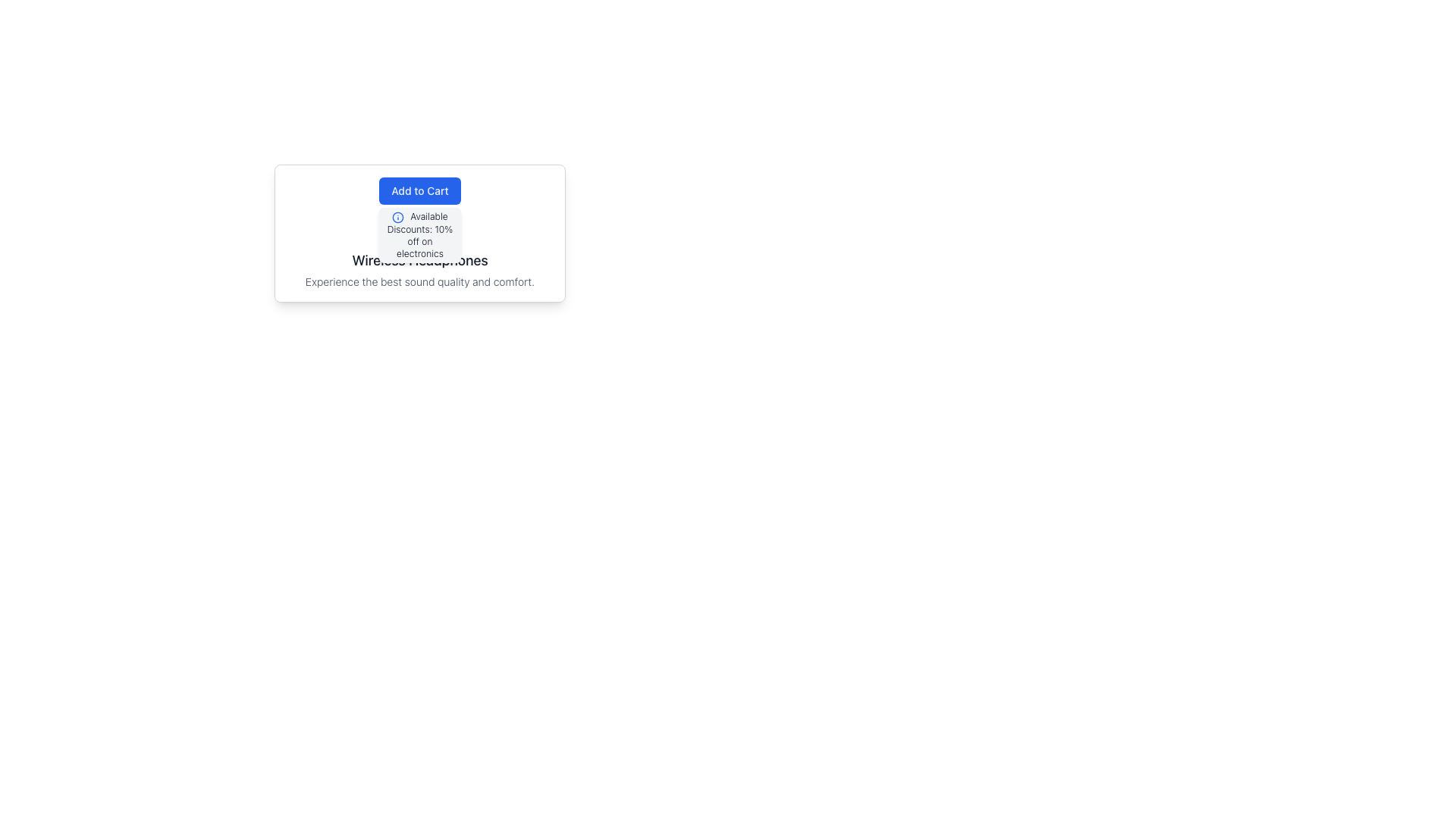 Image resolution: width=1456 pixels, height=819 pixels. Describe the element at coordinates (419, 235) in the screenshot. I see `the tooltip providing additional information about discounts on electronics, located directly beneath the 'Add to Cart' button` at that location.